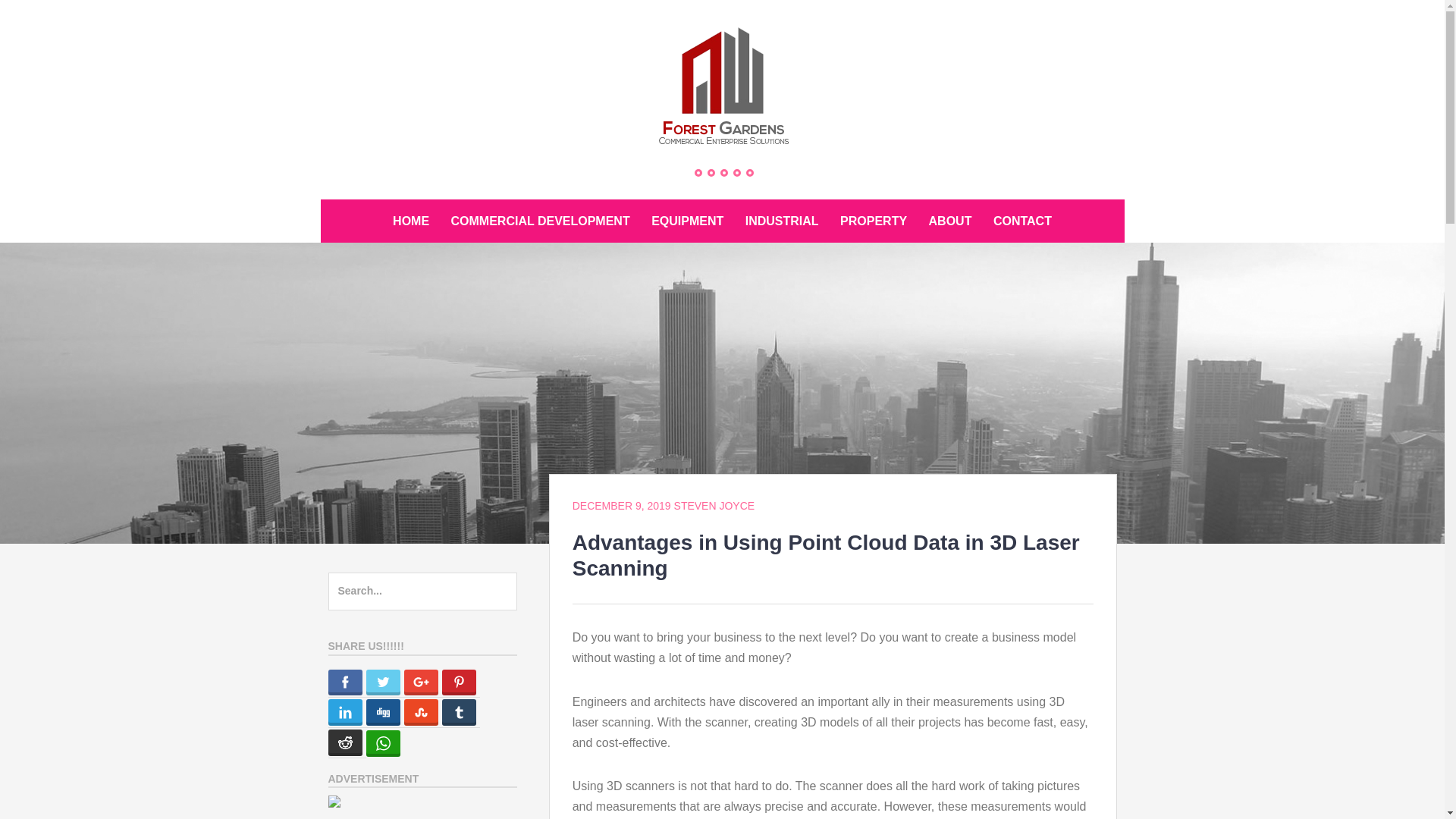 This screenshot has width=1456, height=819. I want to click on 'Search for:', so click(422, 590).